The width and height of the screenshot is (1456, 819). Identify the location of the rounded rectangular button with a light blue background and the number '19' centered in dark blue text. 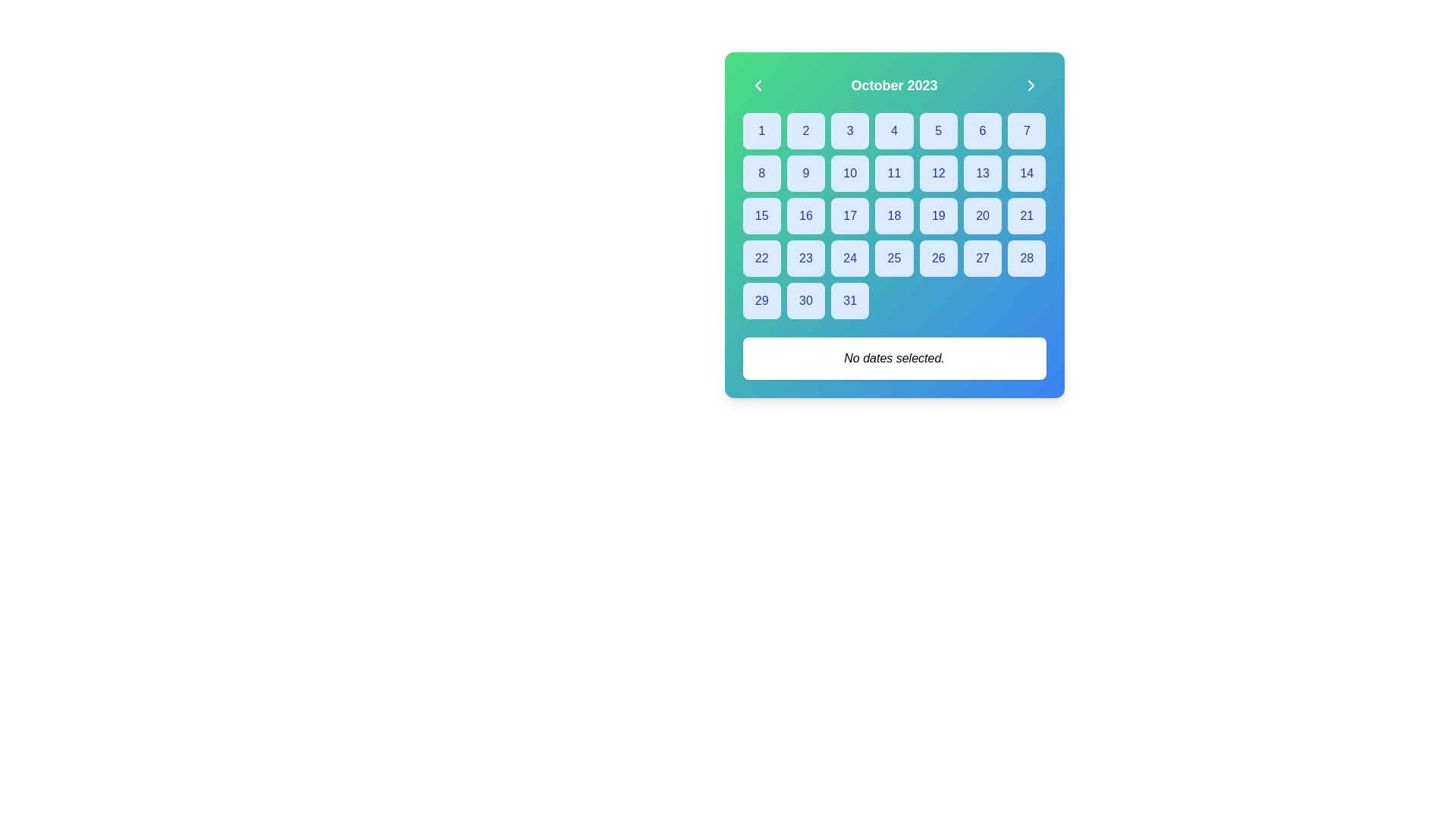
(937, 216).